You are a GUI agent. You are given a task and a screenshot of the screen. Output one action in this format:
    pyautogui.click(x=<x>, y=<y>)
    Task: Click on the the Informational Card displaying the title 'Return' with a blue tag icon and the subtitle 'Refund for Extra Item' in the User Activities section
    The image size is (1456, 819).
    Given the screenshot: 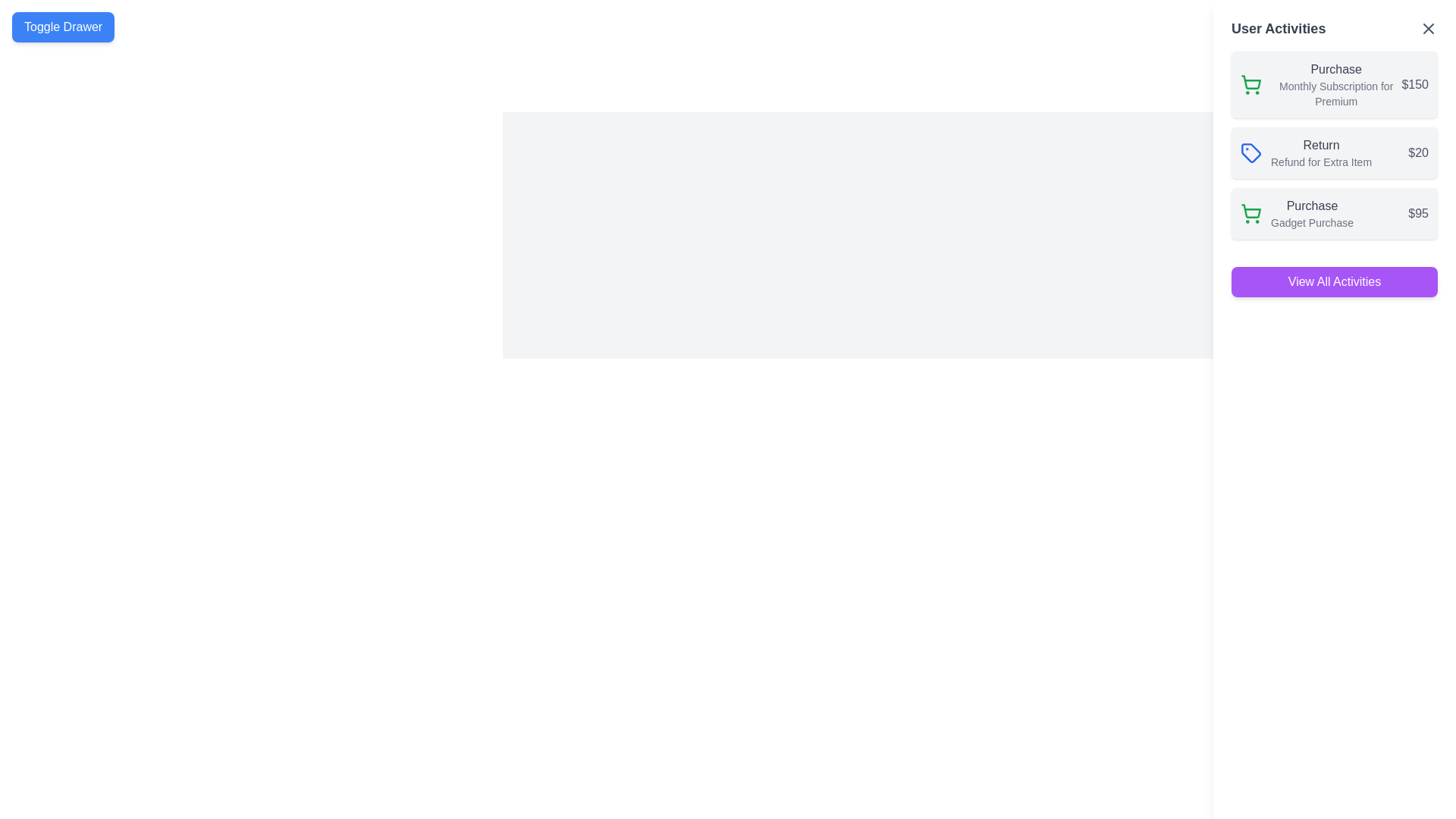 What is the action you would take?
    pyautogui.click(x=1335, y=152)
    